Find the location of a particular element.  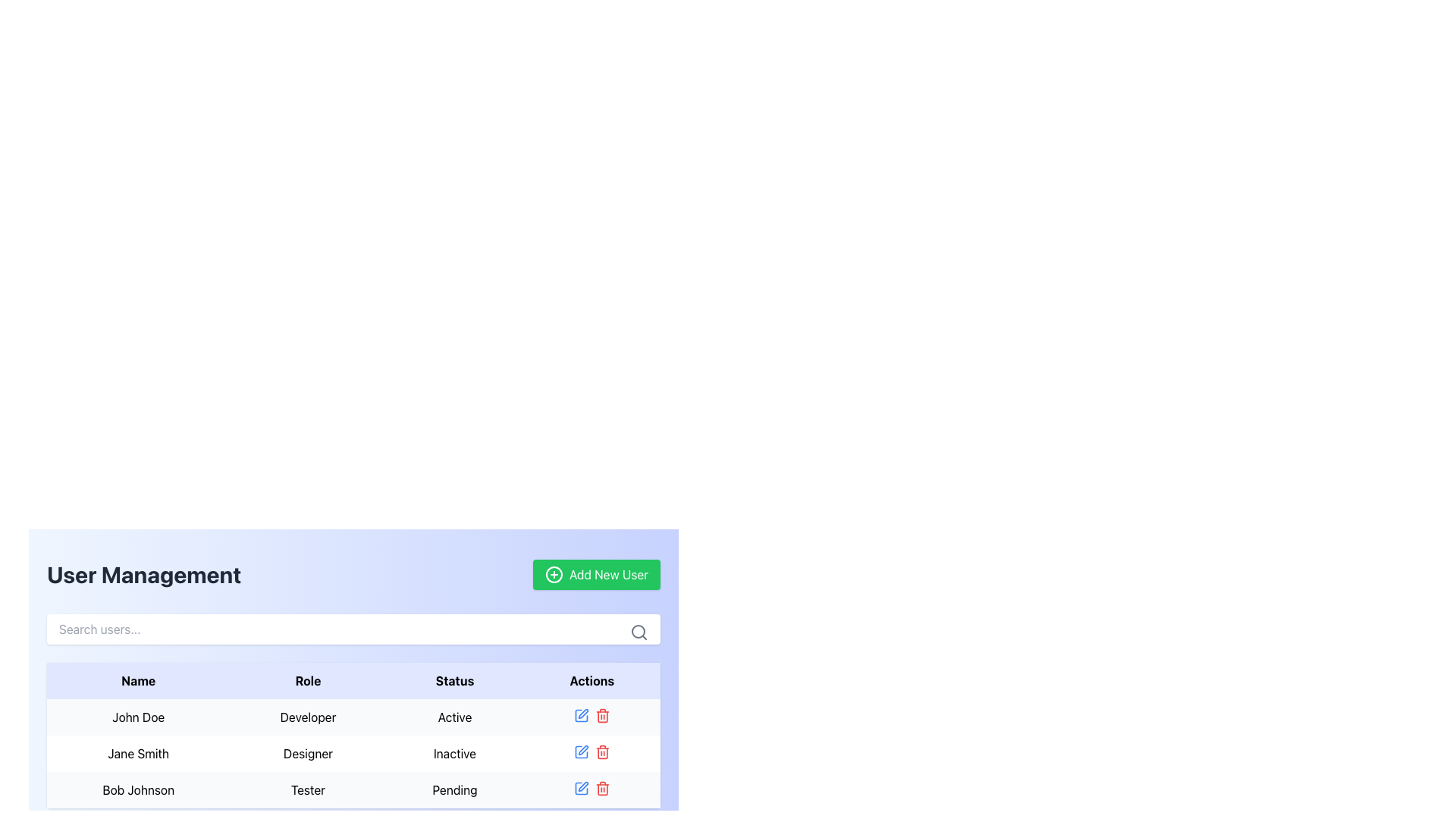

the static text label displaying 'Pending' status for user 'Bob Johnson' located in the third row of the 'Status' column is located at coordinates (454, 789).